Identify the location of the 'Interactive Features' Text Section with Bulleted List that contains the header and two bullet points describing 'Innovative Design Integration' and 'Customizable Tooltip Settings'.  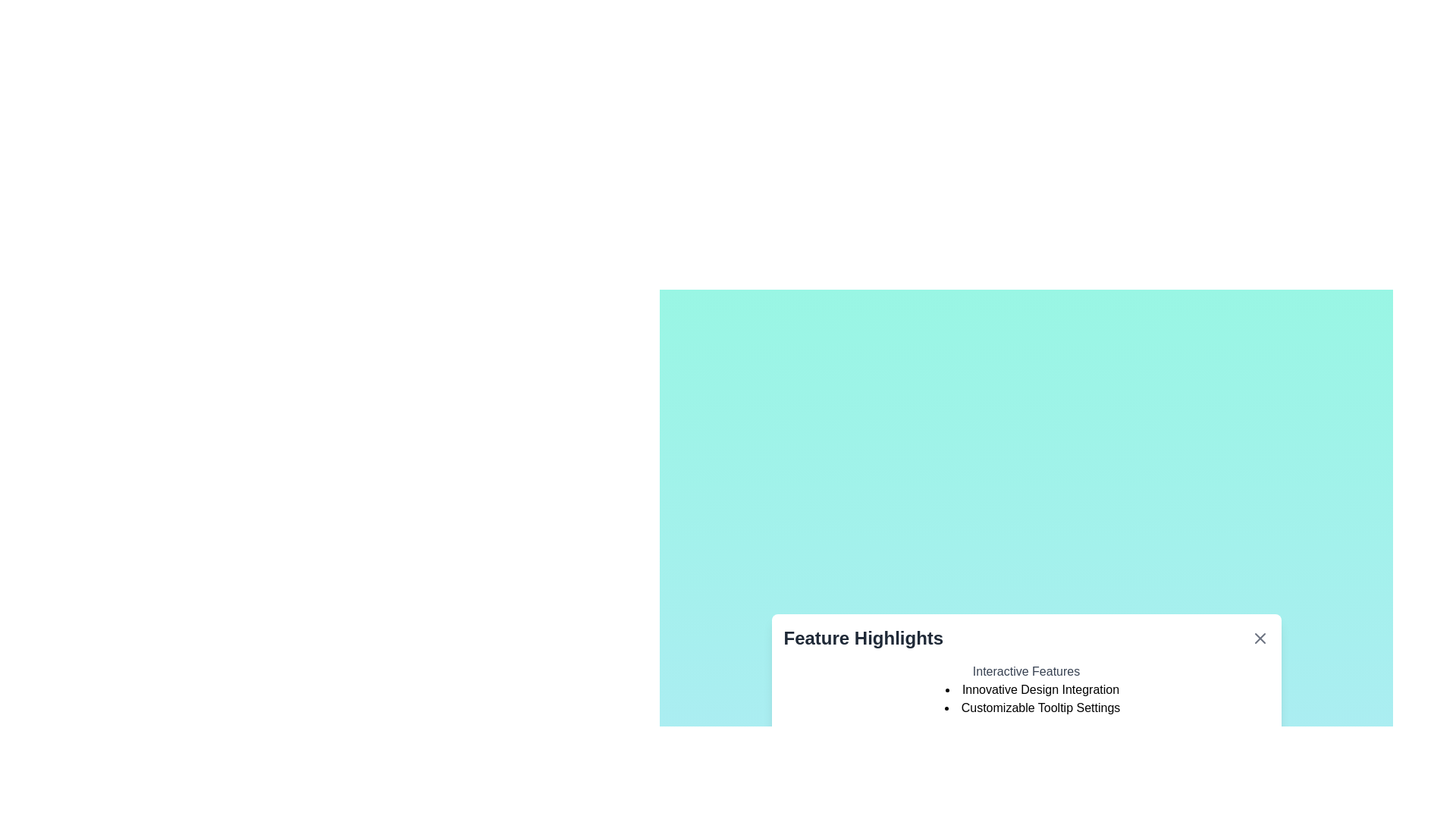
(1026, 690).